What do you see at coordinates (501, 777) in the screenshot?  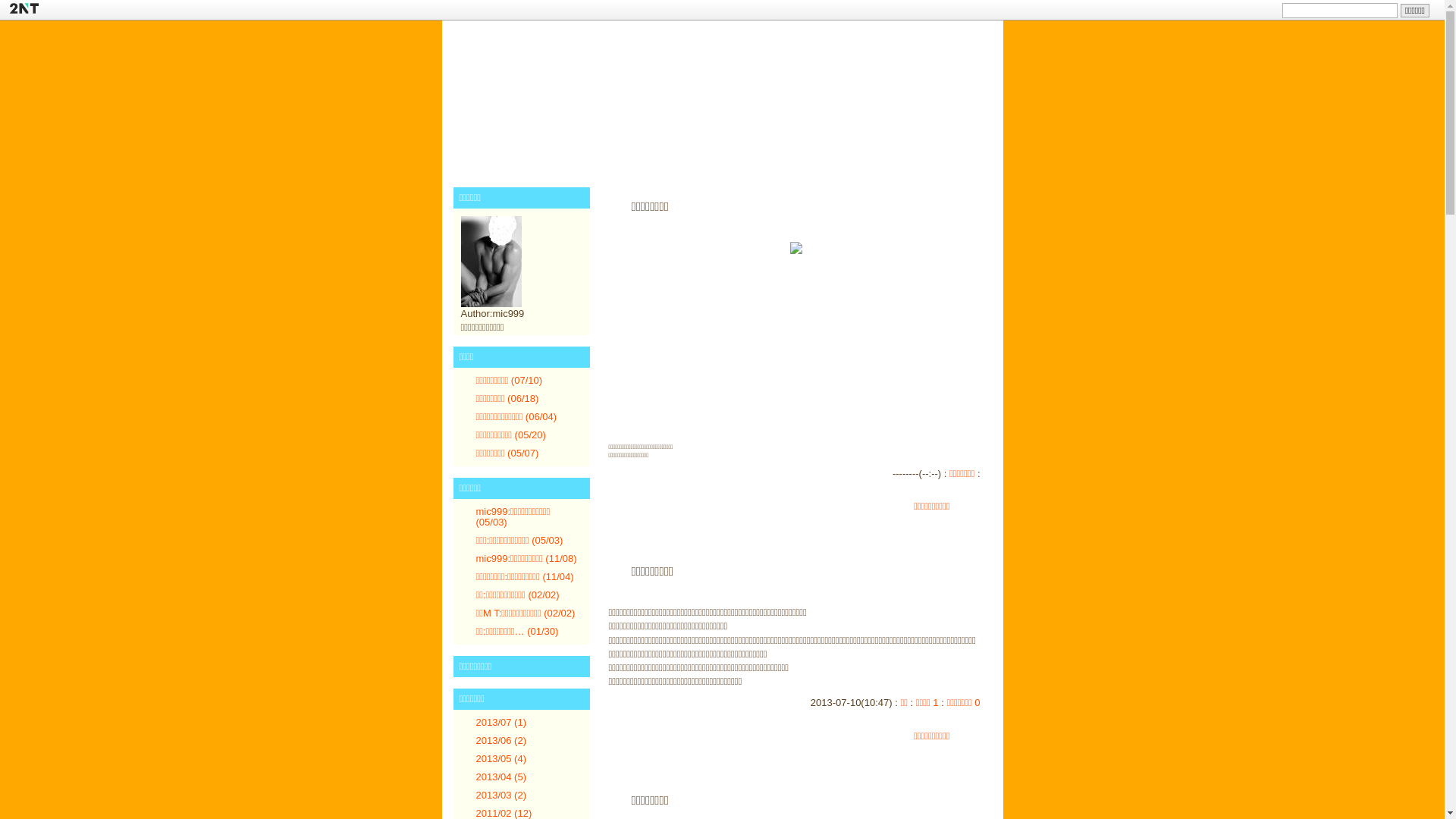 I see `'2013/04 (5)'` at bounding box center [501, 777].